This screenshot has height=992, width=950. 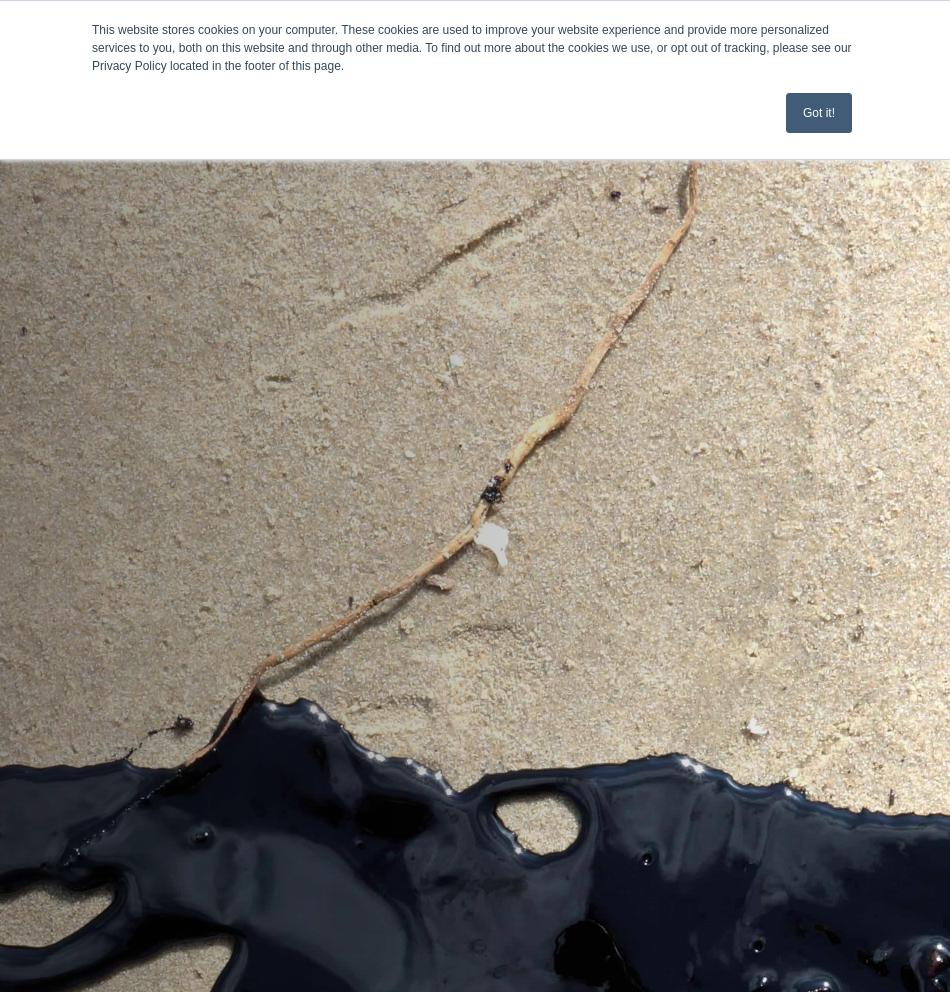 I want to click on 'Volunteer', so click(x=53, y=330).